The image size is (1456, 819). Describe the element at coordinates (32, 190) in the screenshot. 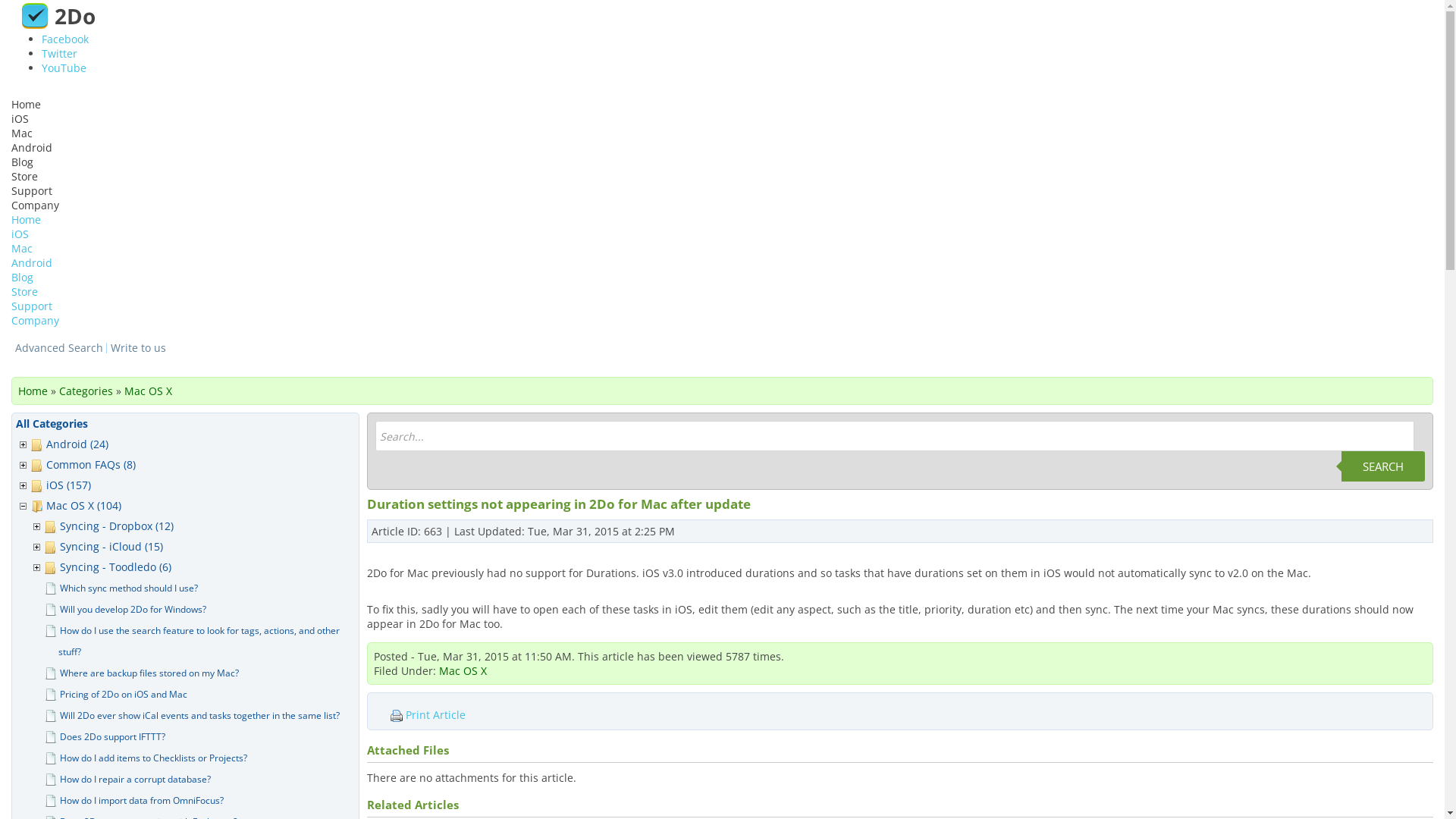

I see `'Support'` at that location.